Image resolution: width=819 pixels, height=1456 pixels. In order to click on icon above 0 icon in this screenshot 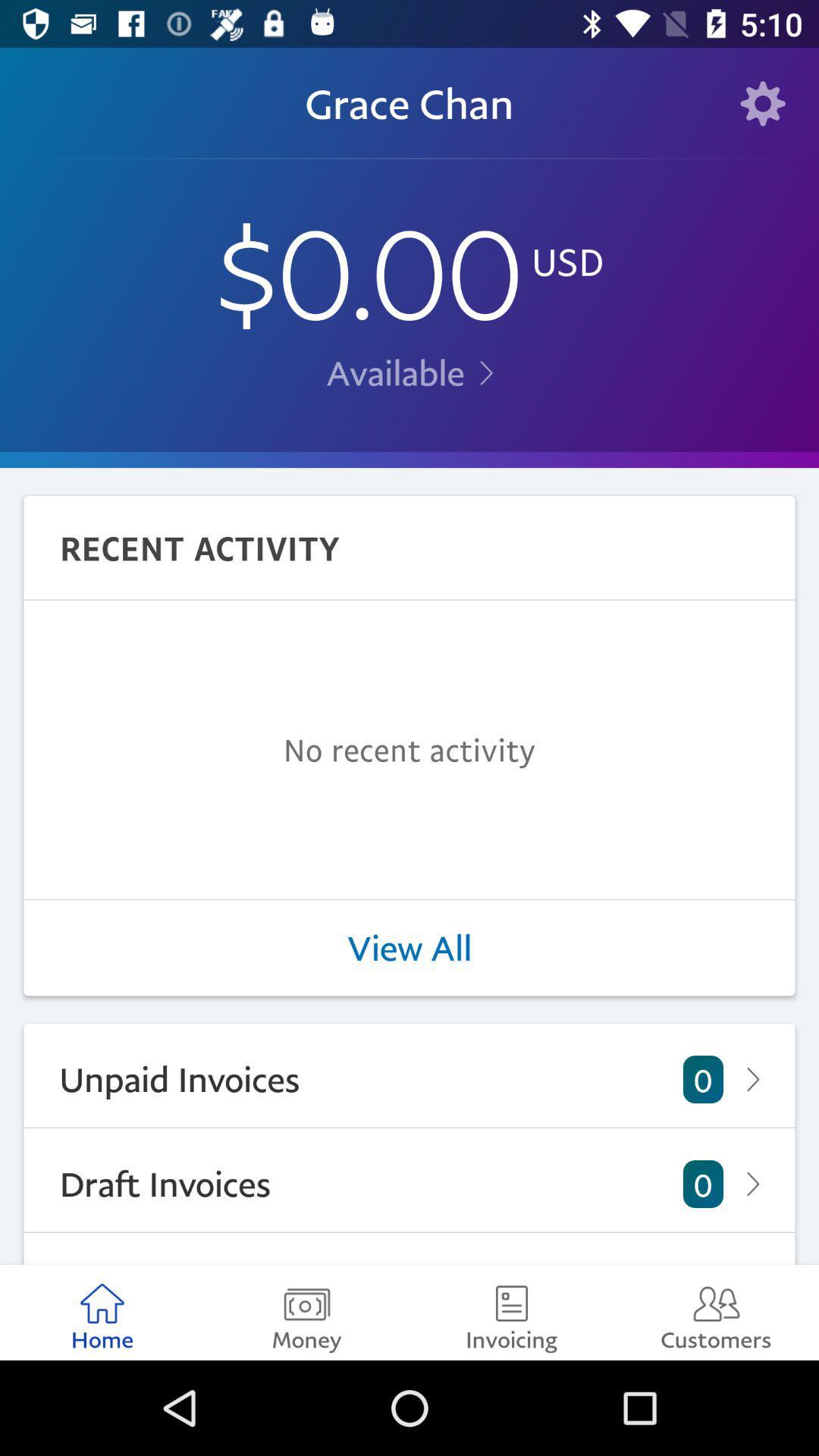, I will do `click(409, 947)`.